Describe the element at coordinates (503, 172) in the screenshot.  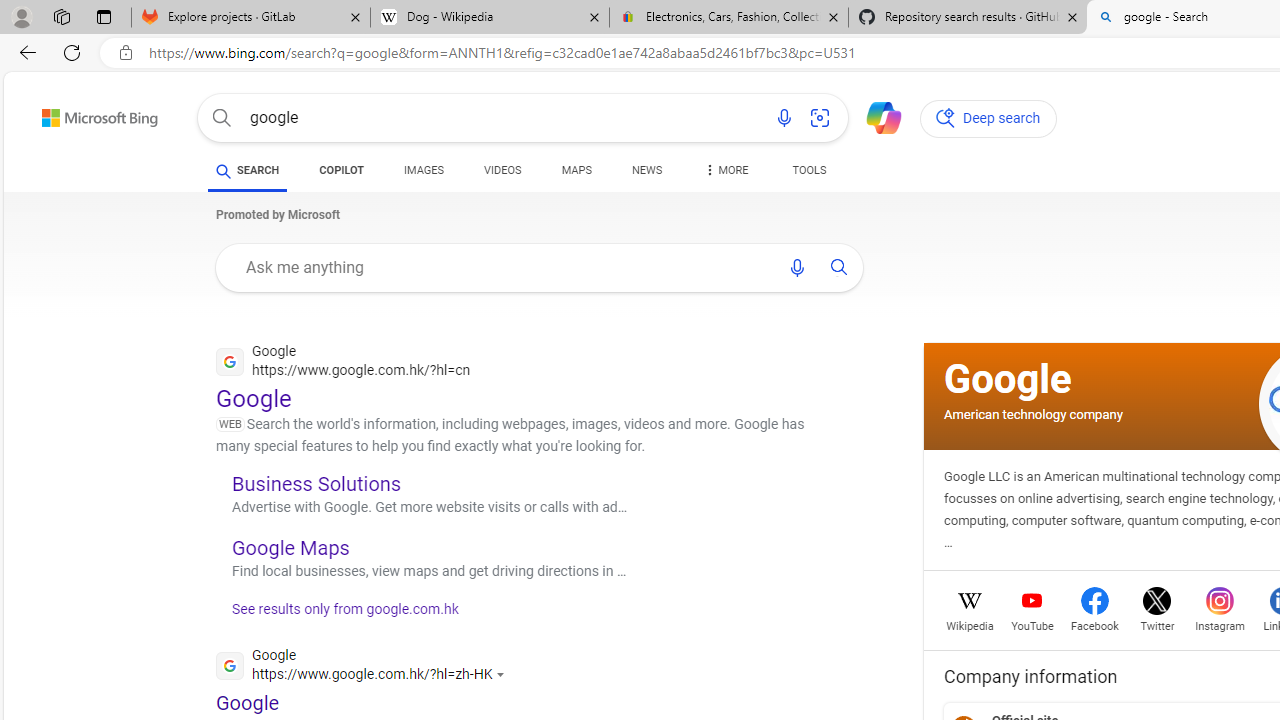
I see `'VIDEOS'` at that location.